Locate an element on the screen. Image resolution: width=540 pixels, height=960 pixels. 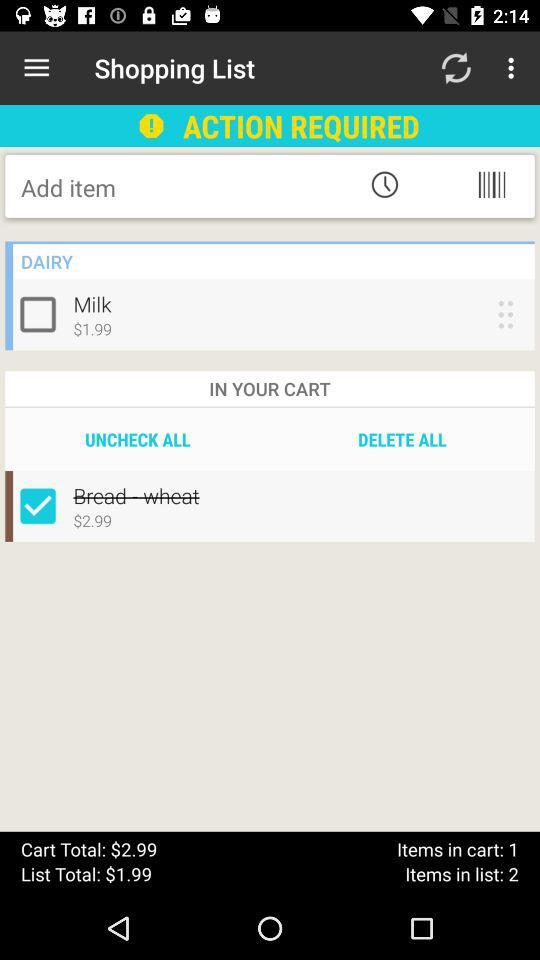
item to the right of the uncheck all item is located at coordinates (402, 439).